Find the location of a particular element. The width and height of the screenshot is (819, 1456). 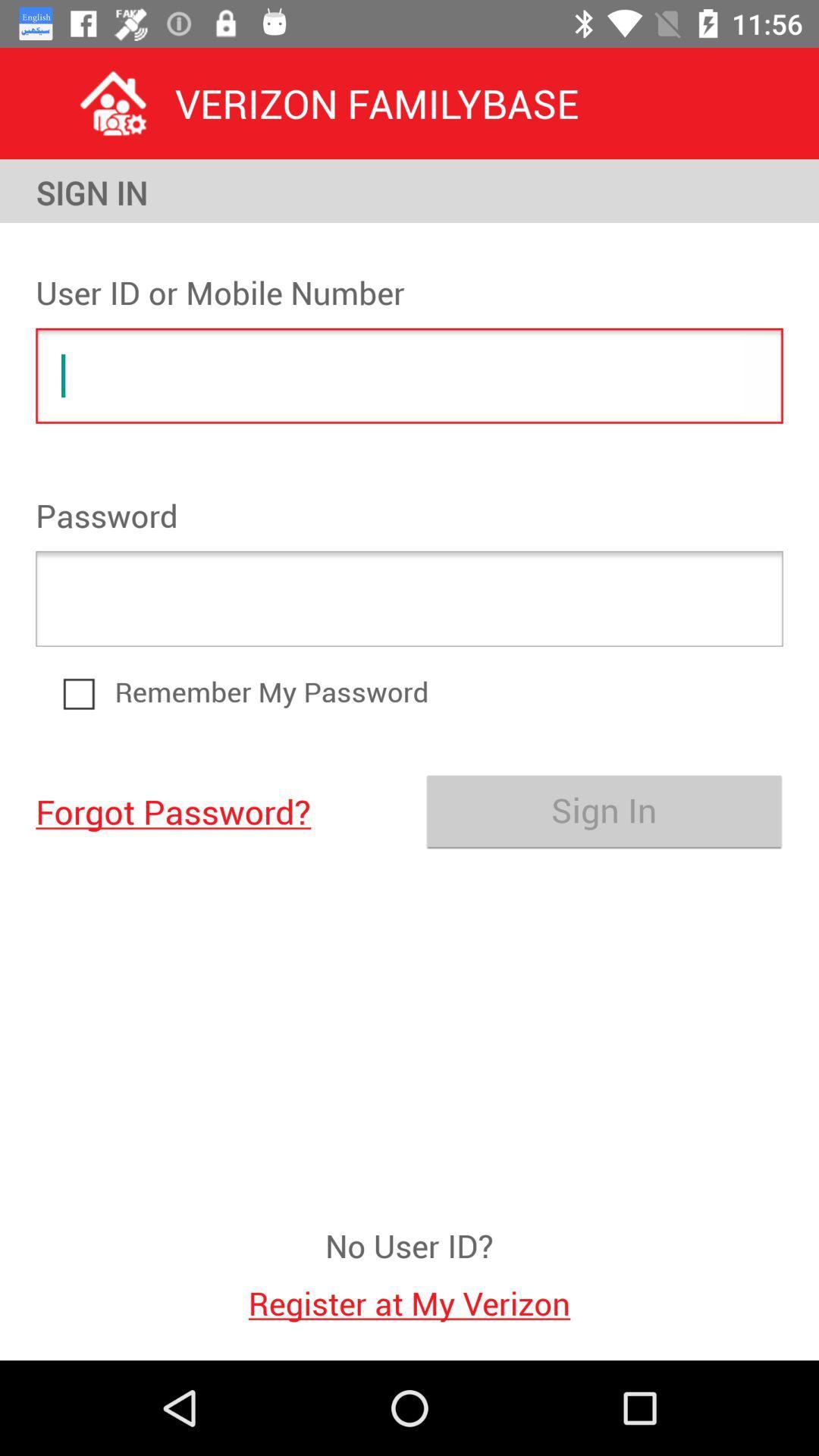

remember my password is located at coordinates (271, 691).